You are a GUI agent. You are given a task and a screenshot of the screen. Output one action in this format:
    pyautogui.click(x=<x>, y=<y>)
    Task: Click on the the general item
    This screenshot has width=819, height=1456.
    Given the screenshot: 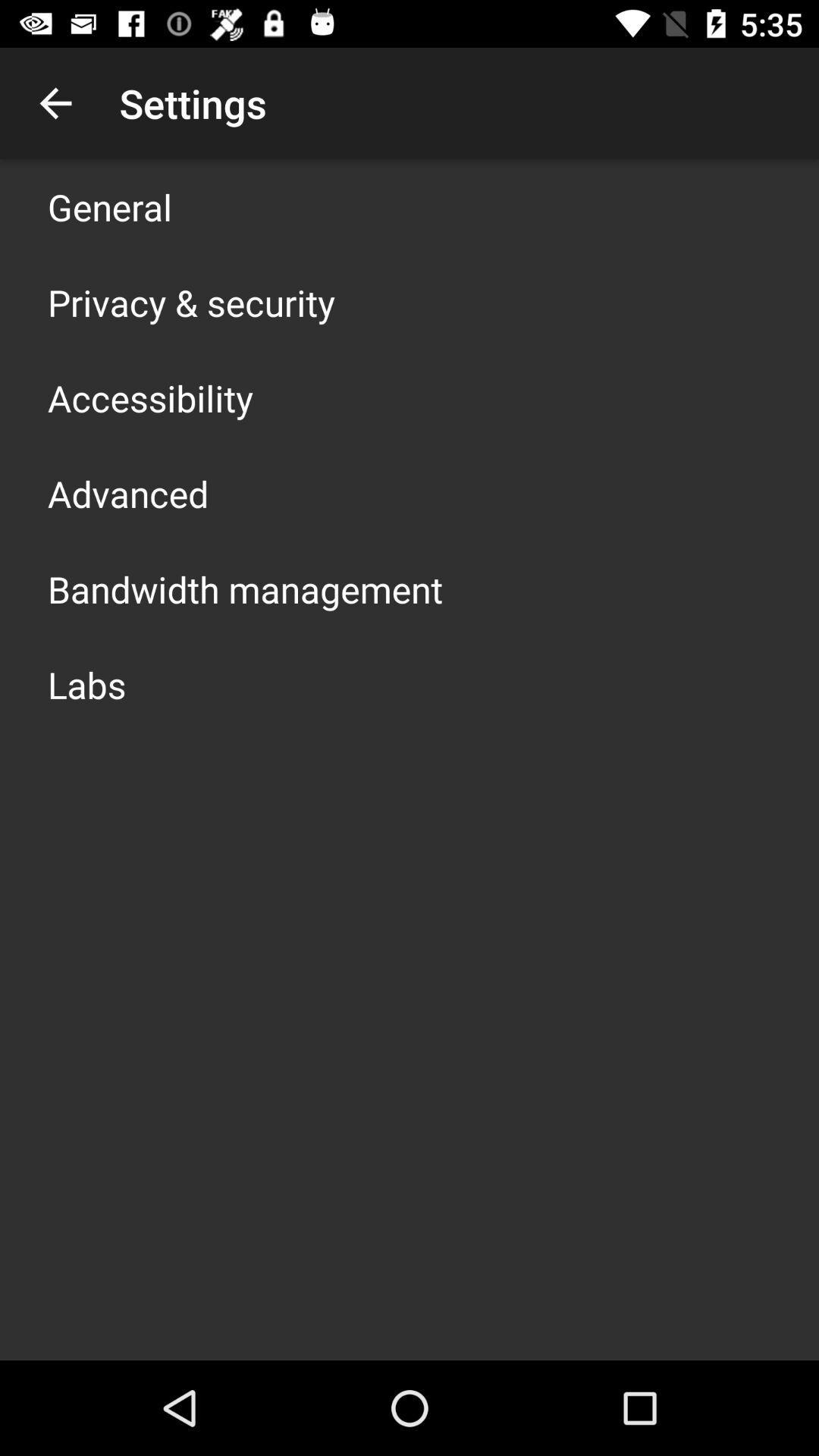 What is the action you would take?
    pyautogui.click(x=109, y=206)
    